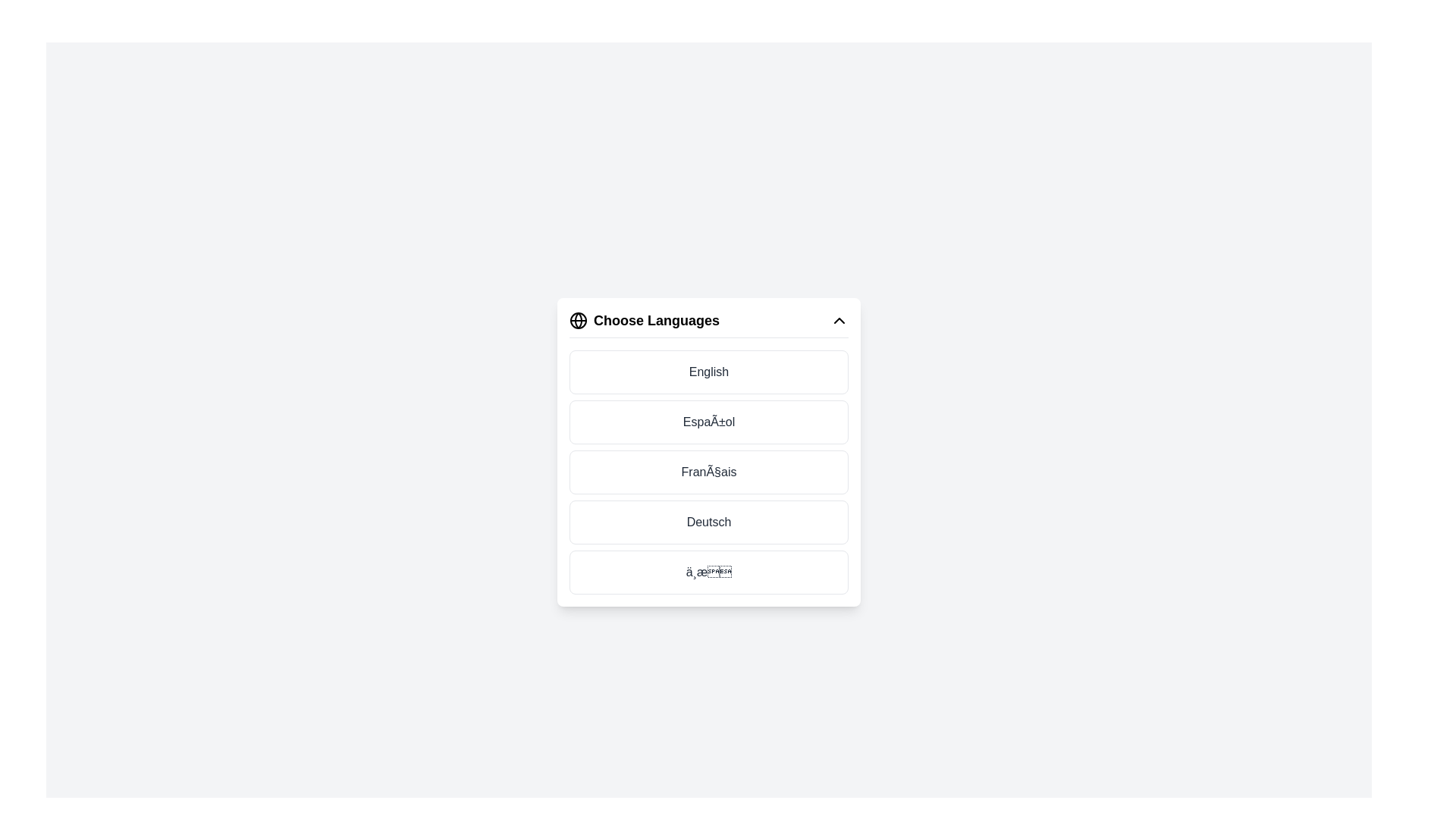 The image size is (1456, 819). What do you see at coordinates (708, 471) in the screenshot?
I see `the language option text label 'Français' which is the third item in the selectable languages list under the header 'Choose Languages'` at bounding box center [708, 471].